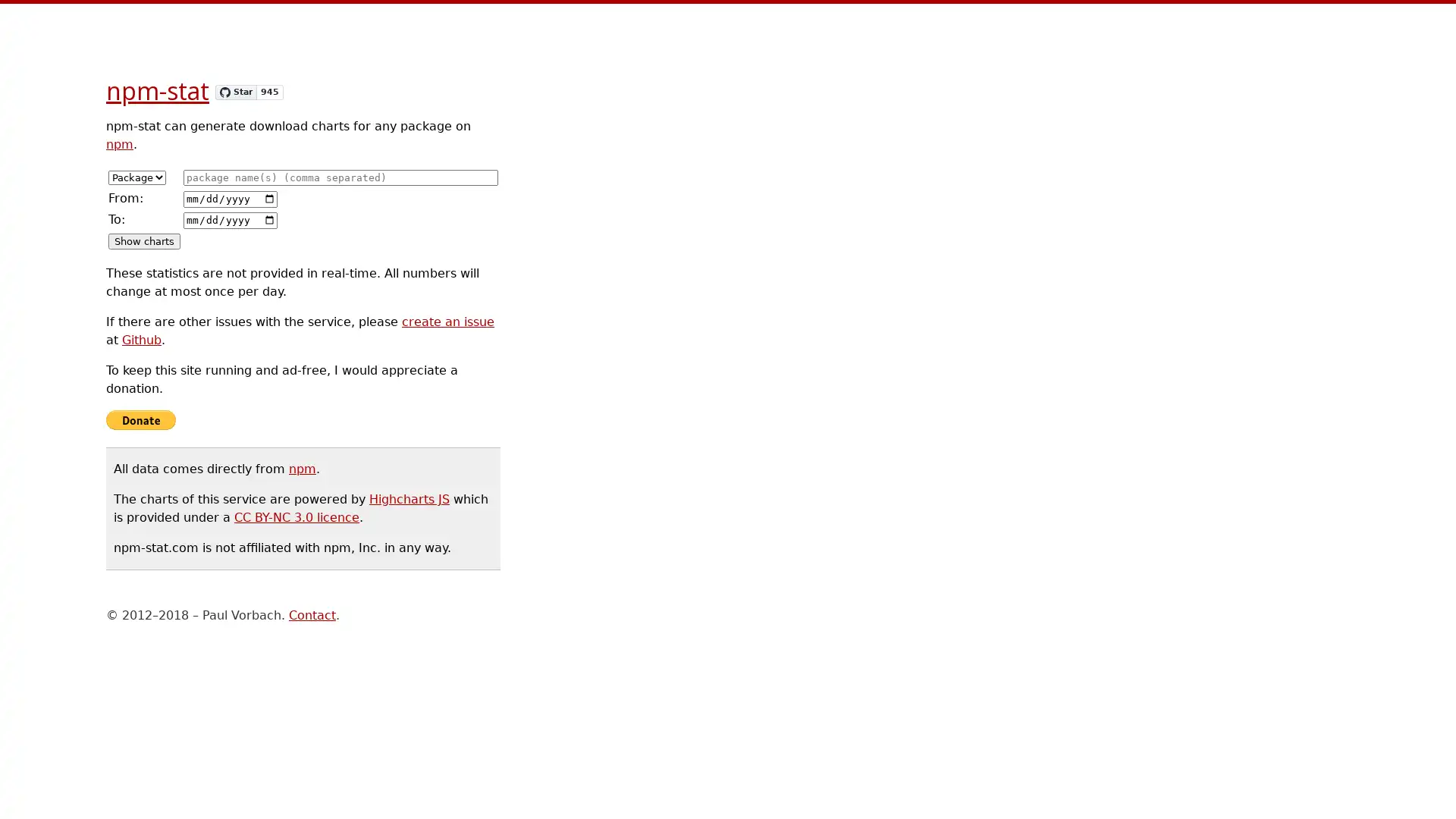 The width and height of the screenshot is (1456, 819). What do you see at coordinates (144, 240) in the screenshot?
I see `Show charts` at bounding box center [144, 240].